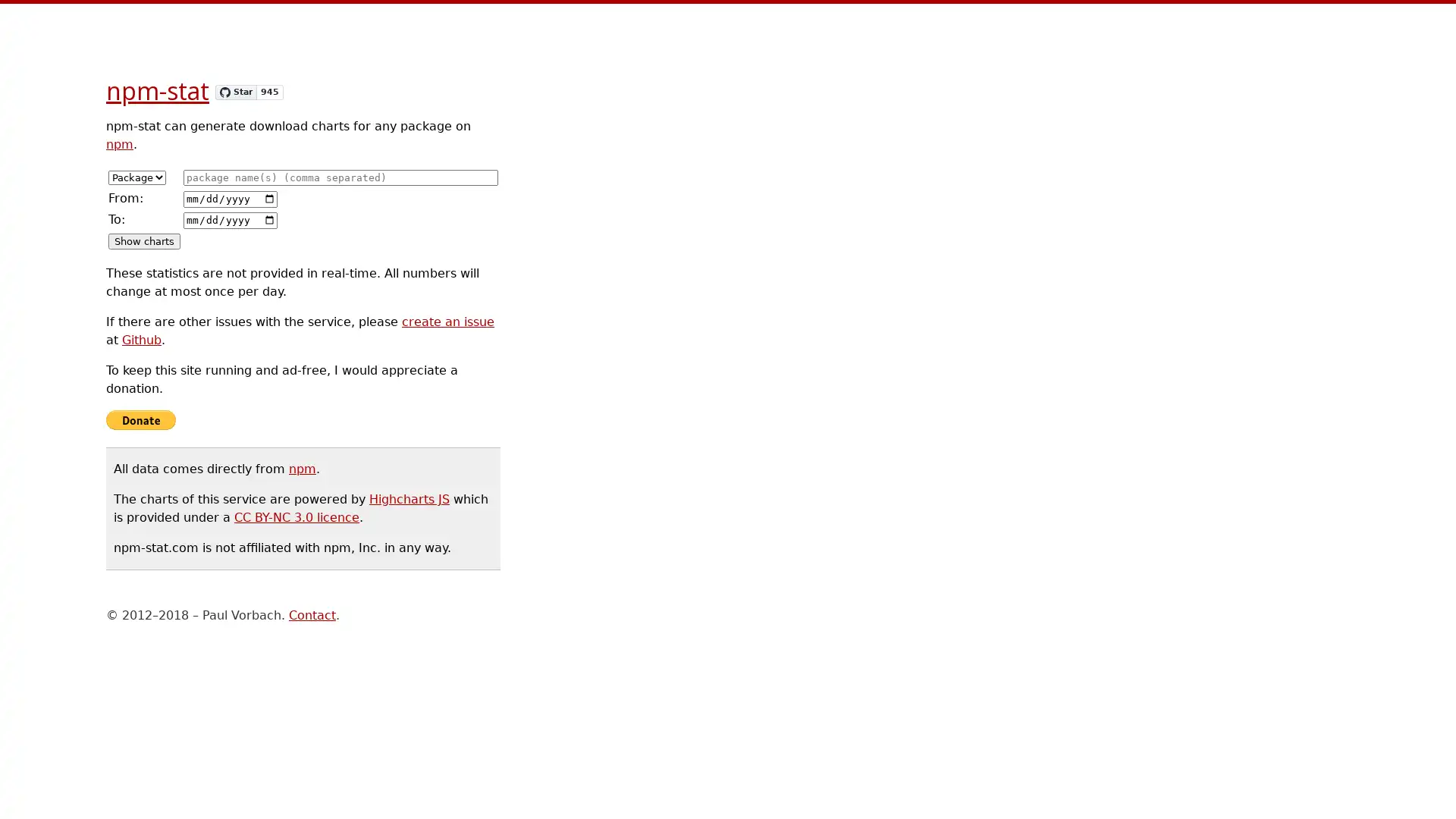 The width and height of the screenshot is (1456, 819). What do you see at coordinates (144, 240) in the screenshot?
I see `Show charts` at bounding box center [144, 240].